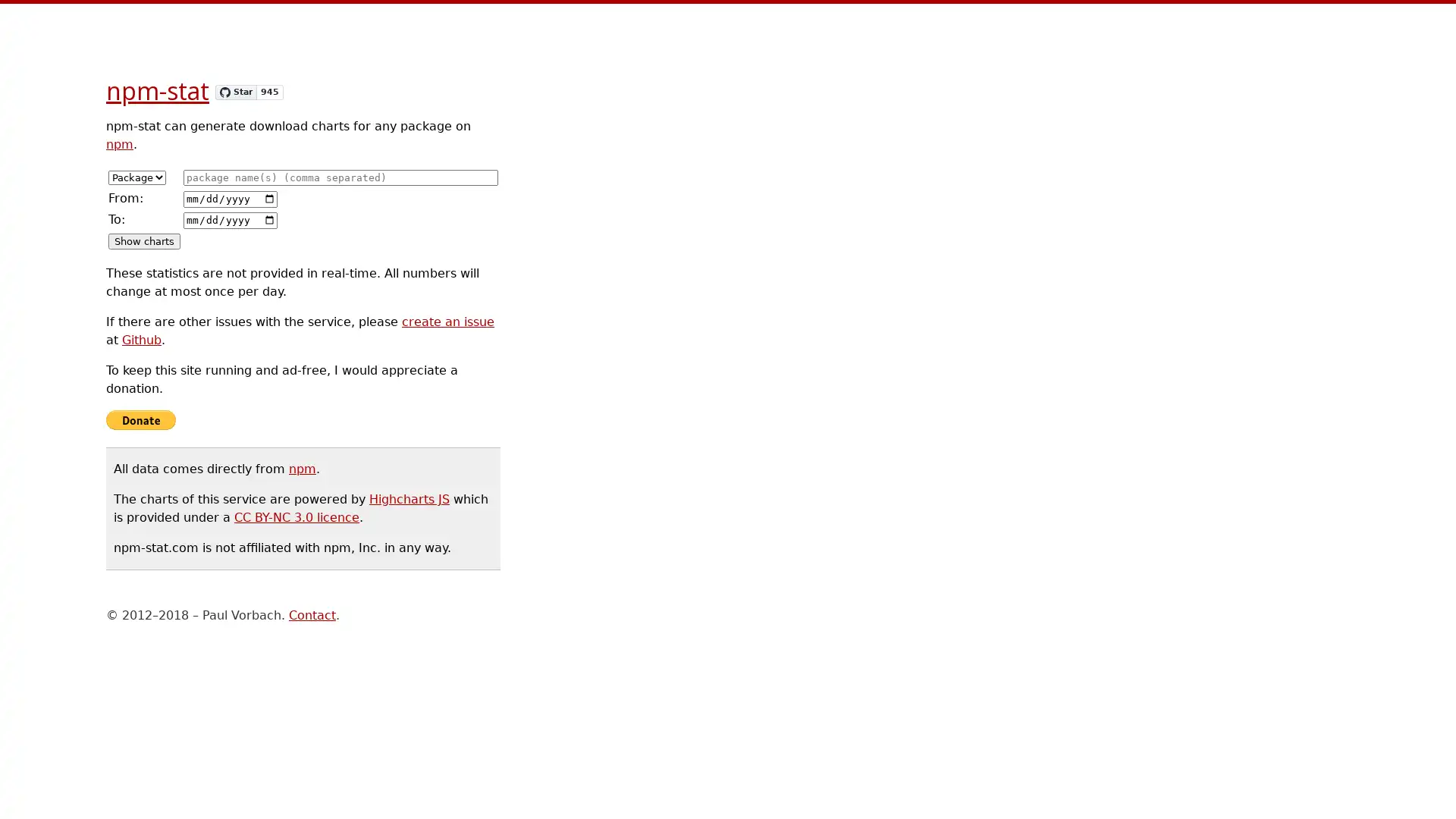 The width and height of the screenshot is (1456, 819). What do you see at coordinates (144, 240) in the screenshot?
I see `Show charts` at bounding box center [144, 240].